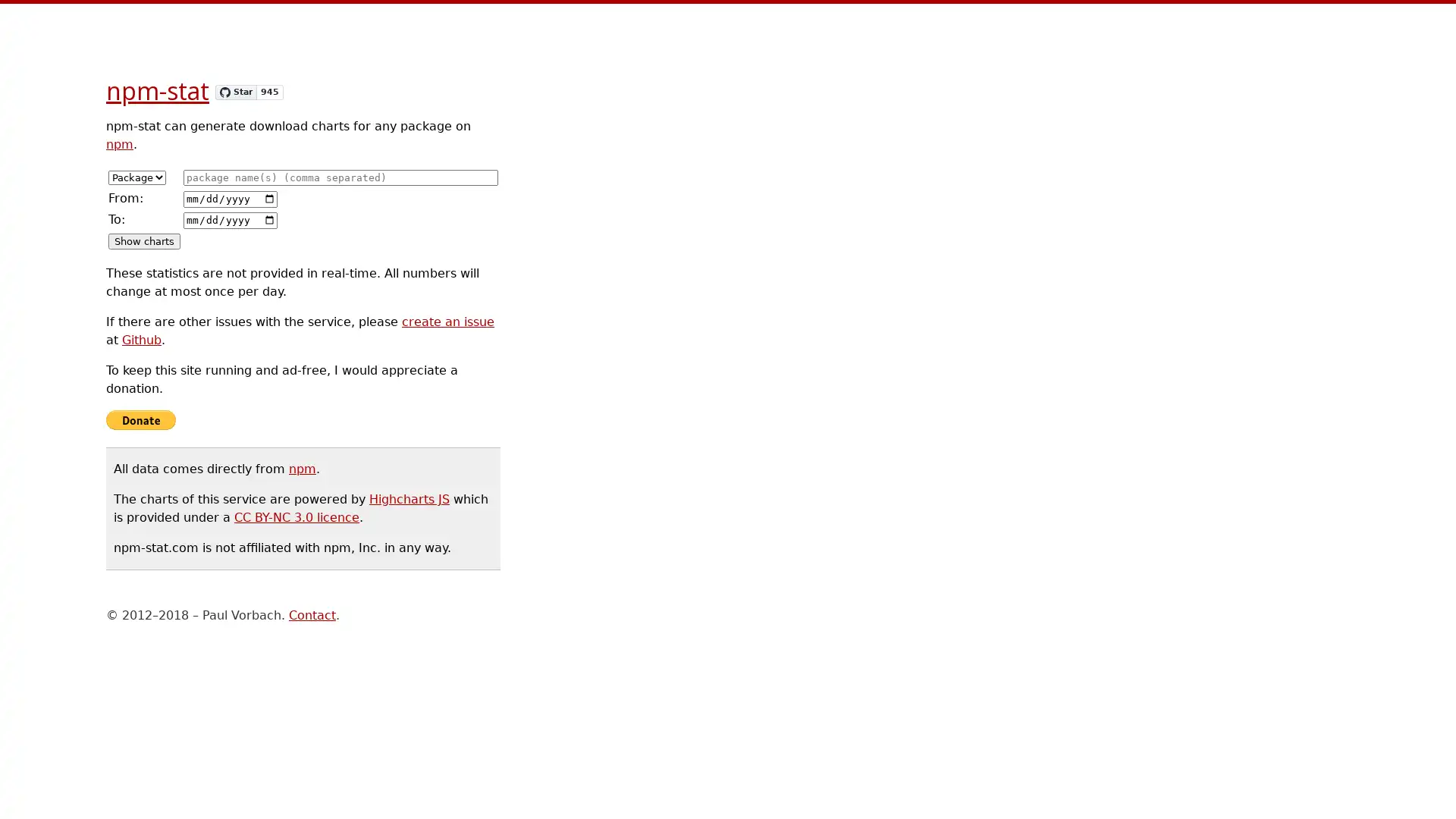 The width and height of the screenshot is (1456, 819). What do you see at coordinates (144, 240) in the screenshot?
I see `Show charts` at bounding box center [144, 240].